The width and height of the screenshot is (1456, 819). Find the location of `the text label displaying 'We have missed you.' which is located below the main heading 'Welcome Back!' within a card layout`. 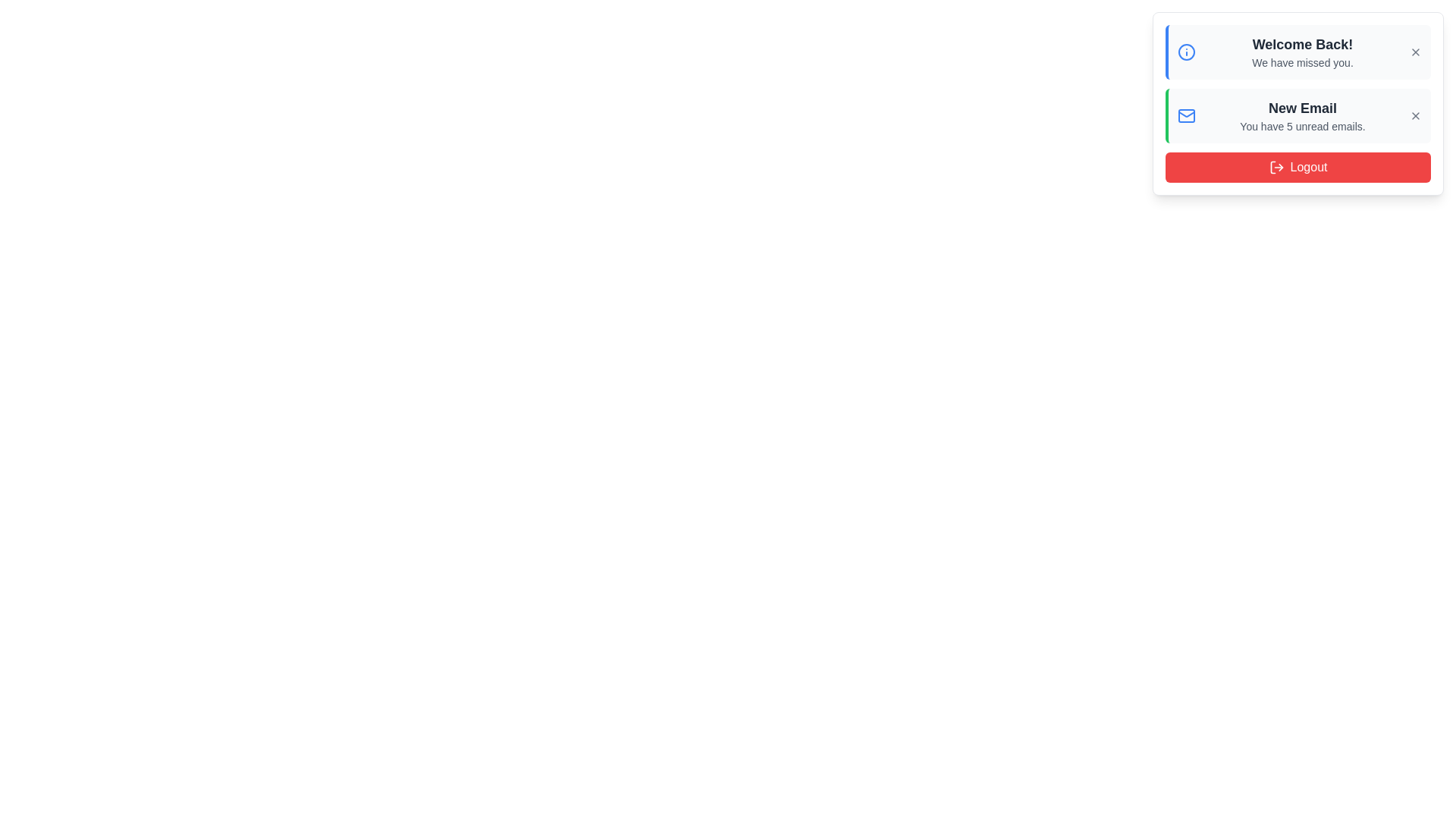

the text label displaying 'We have missed you.' which is located below the main heading 'Welcome Back!' within a card layout is located at coordinates (1302, 62).